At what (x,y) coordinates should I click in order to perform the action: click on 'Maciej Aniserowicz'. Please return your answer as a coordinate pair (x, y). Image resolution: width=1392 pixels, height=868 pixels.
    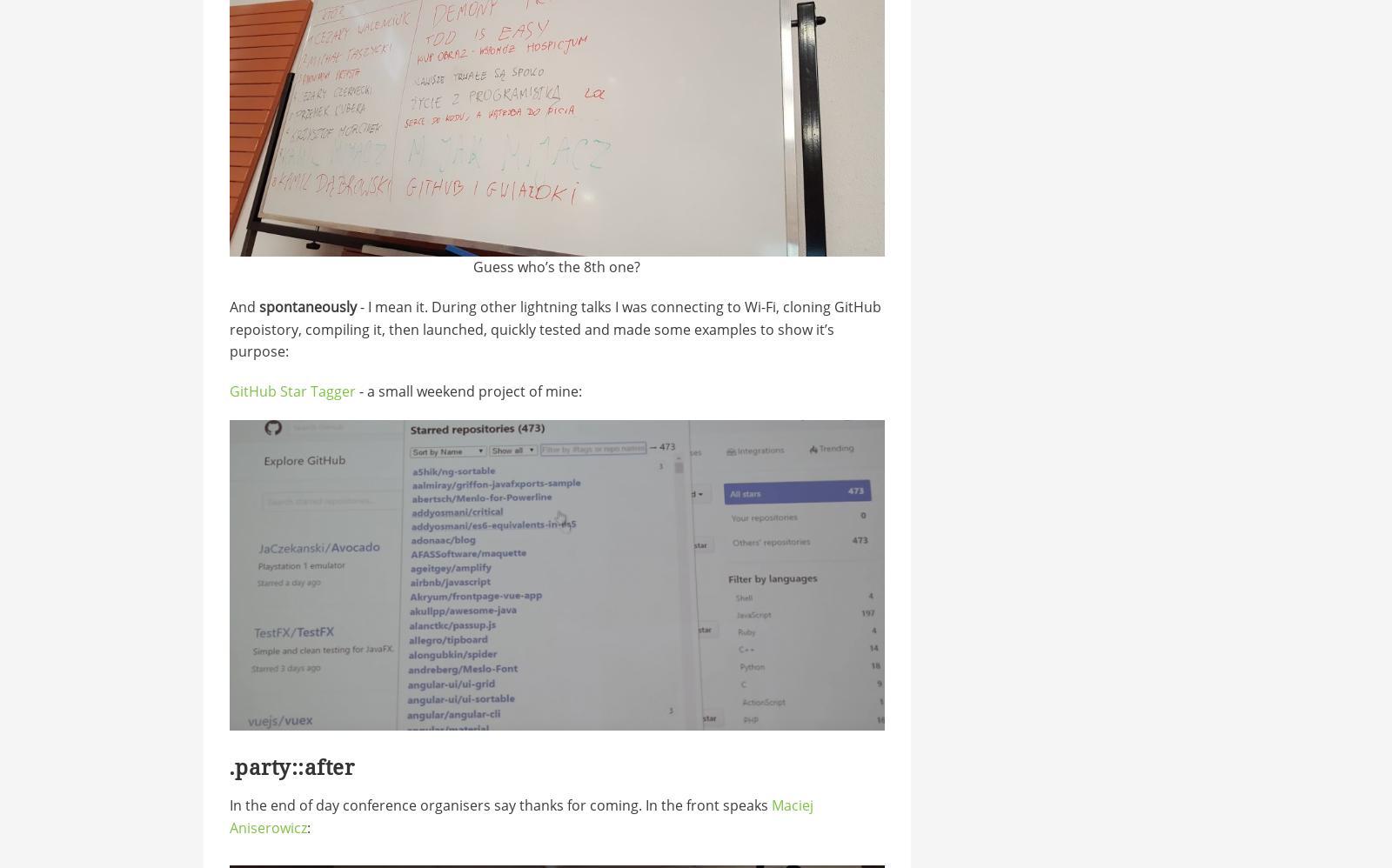
    Looking at the image, I should click on (519, 816).